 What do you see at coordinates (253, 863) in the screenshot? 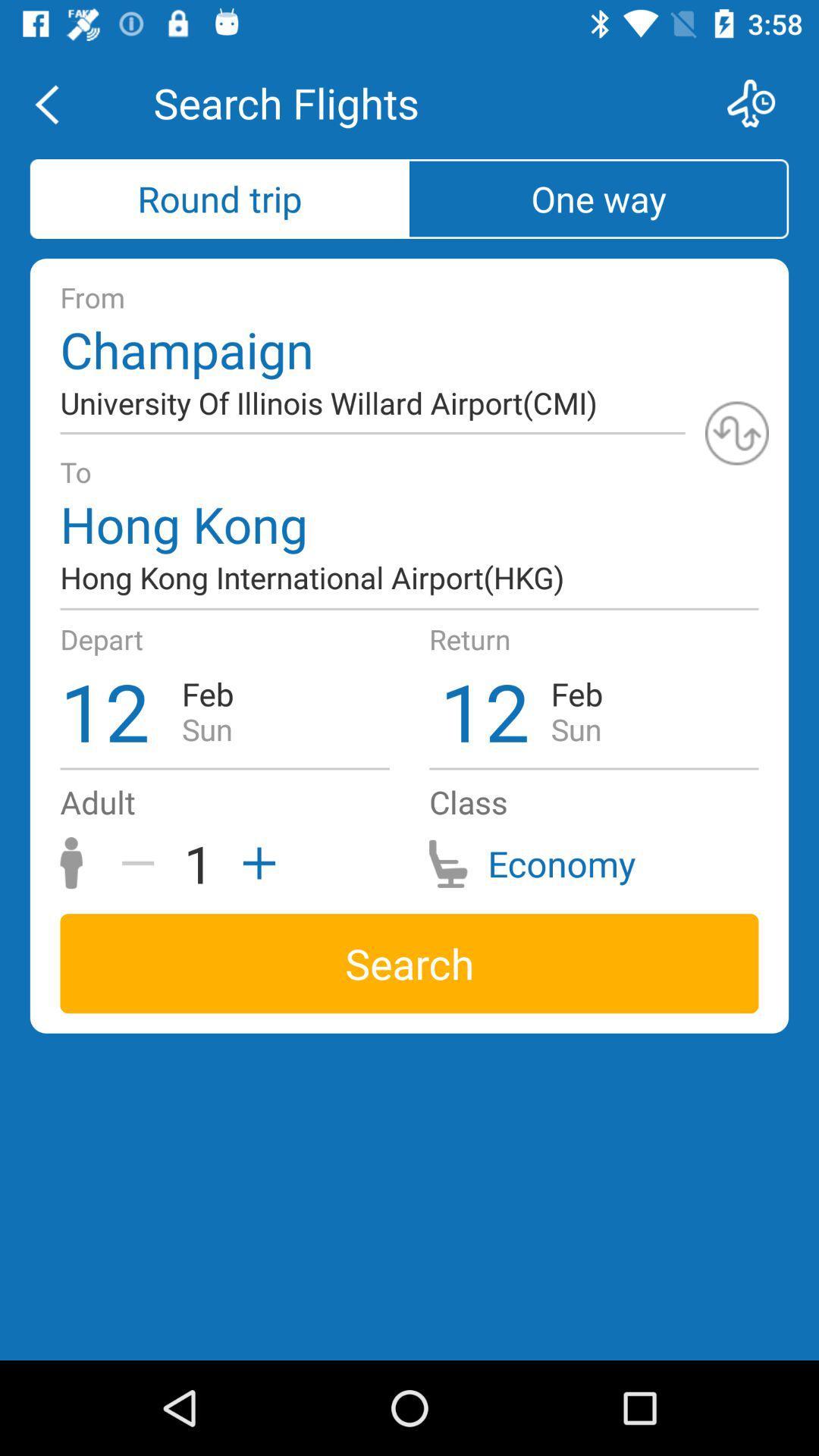
I see `adult traveler` at bounding box center [253, 863].